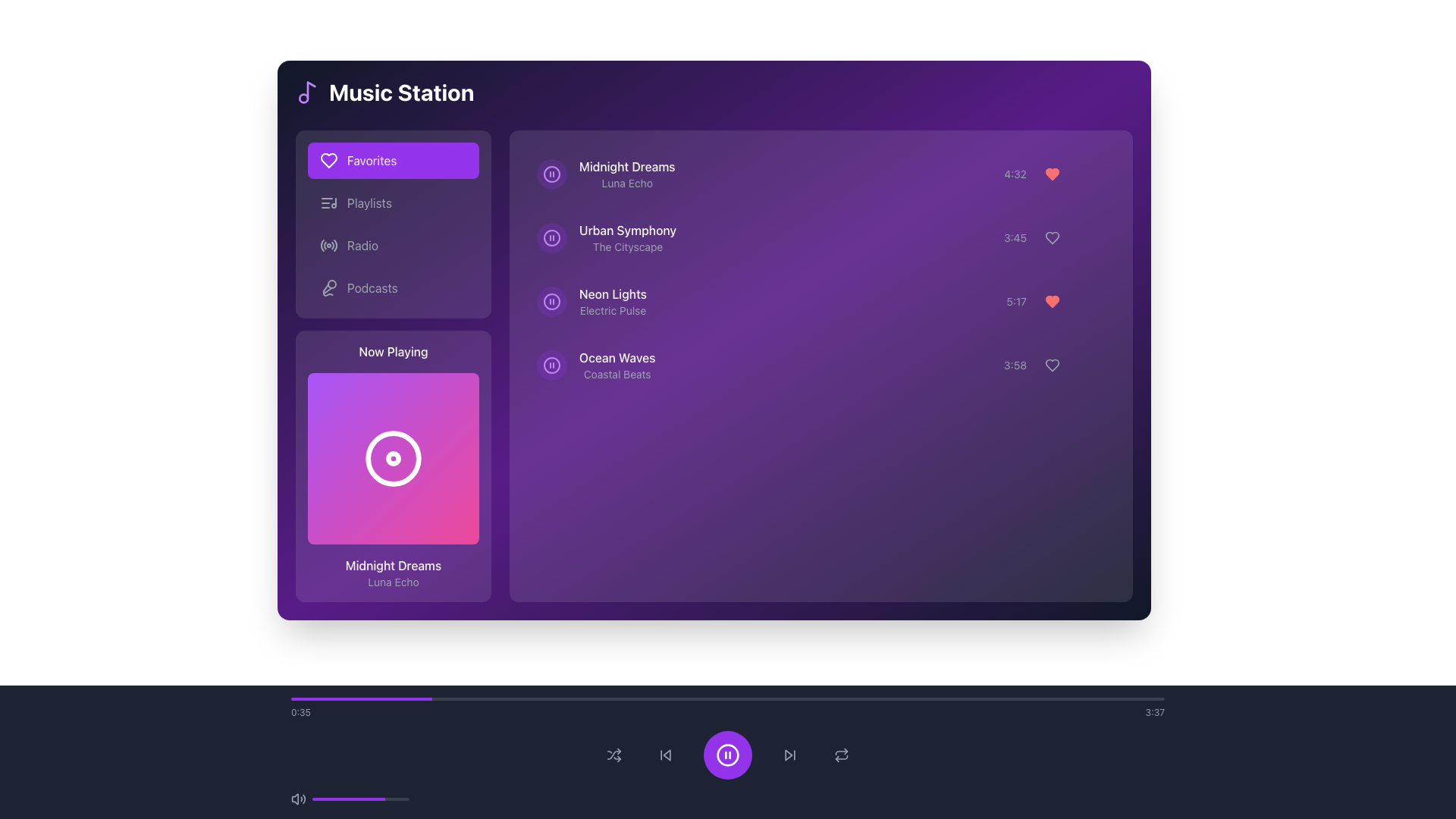 The image size is (1456, 819). Describe the element at coordinates (394, 798) in the screenshot. I see `the progress` at that location.